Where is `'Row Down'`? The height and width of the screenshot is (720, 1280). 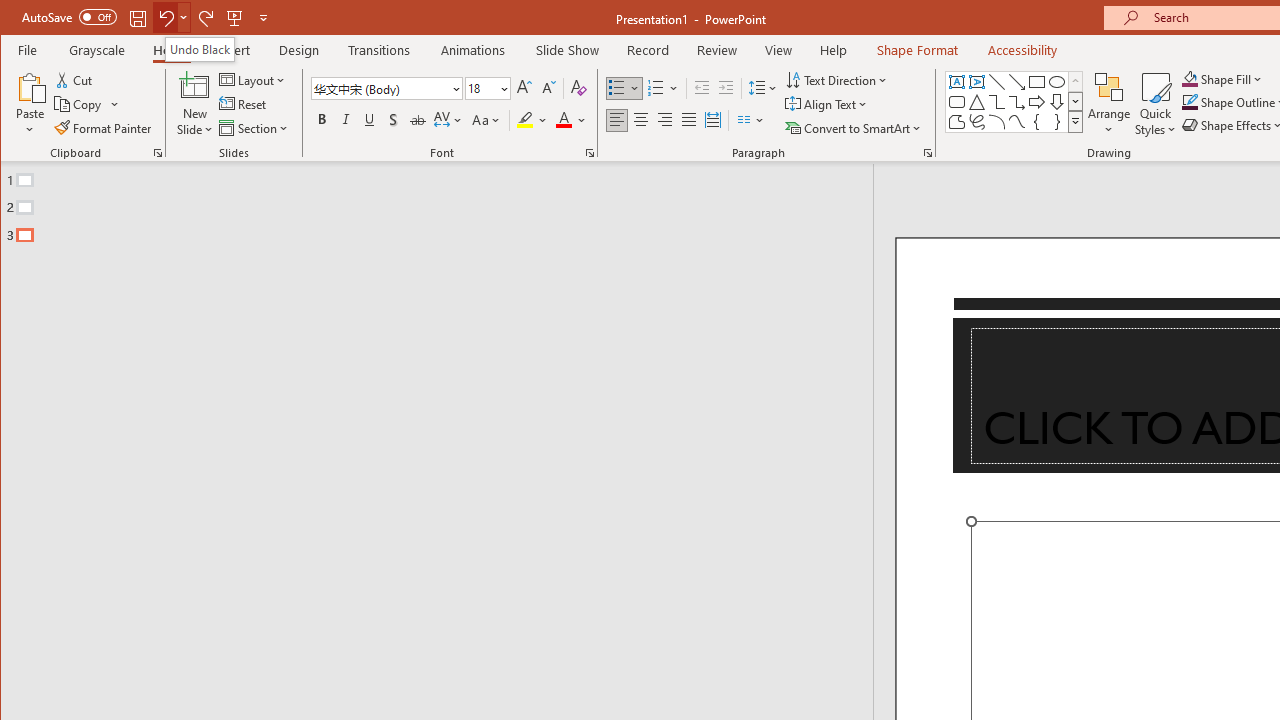
'Row Down' is located at coordinates (1074, 101).